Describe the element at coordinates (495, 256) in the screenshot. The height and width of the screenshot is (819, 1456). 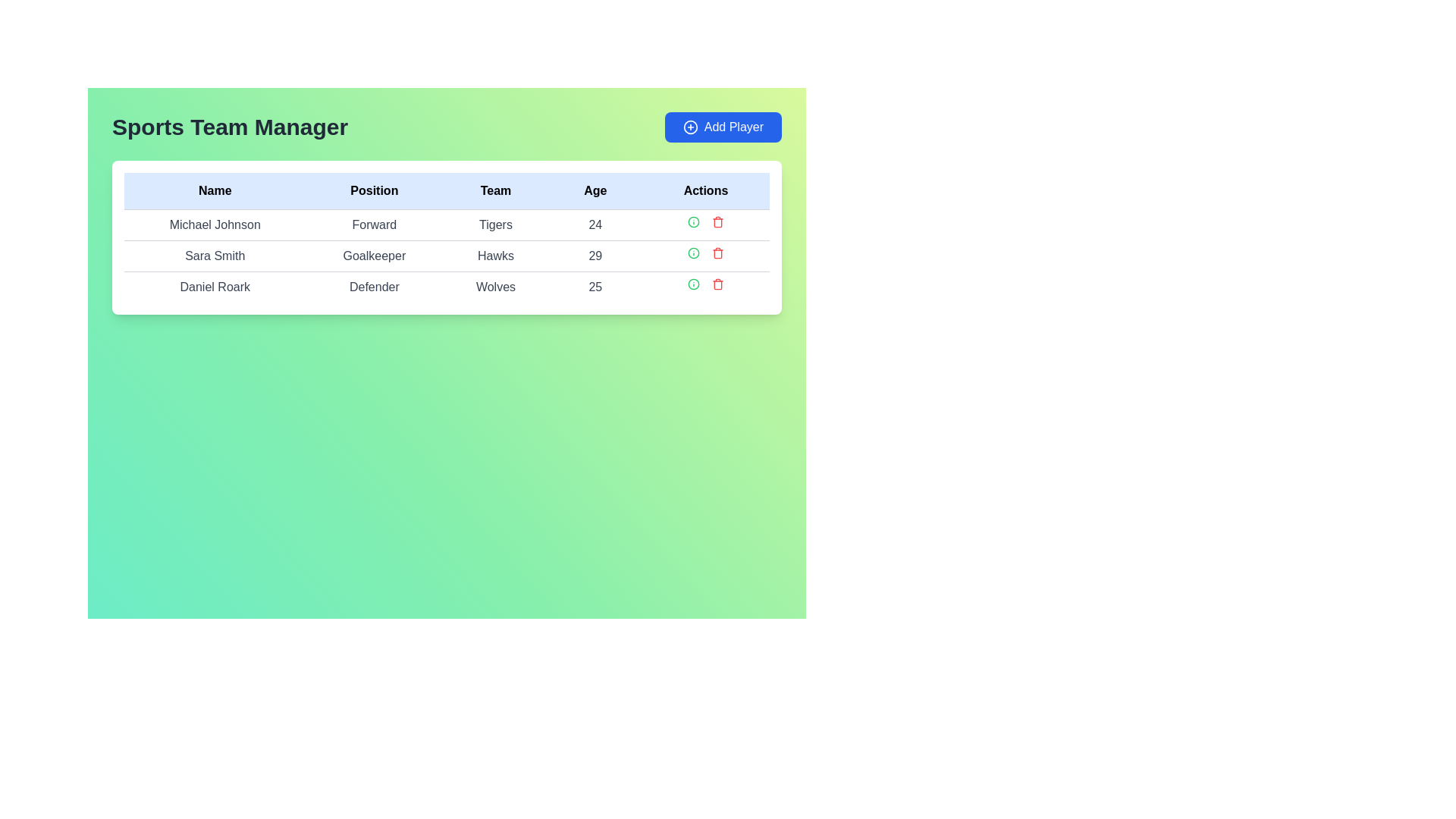
I see `the Text label displaying the team name for 'Sara Smith', which is the third entry in the corresponding table row, located in the 'Team' column between the 'Goalkeeper' and '29' cells` at that location.